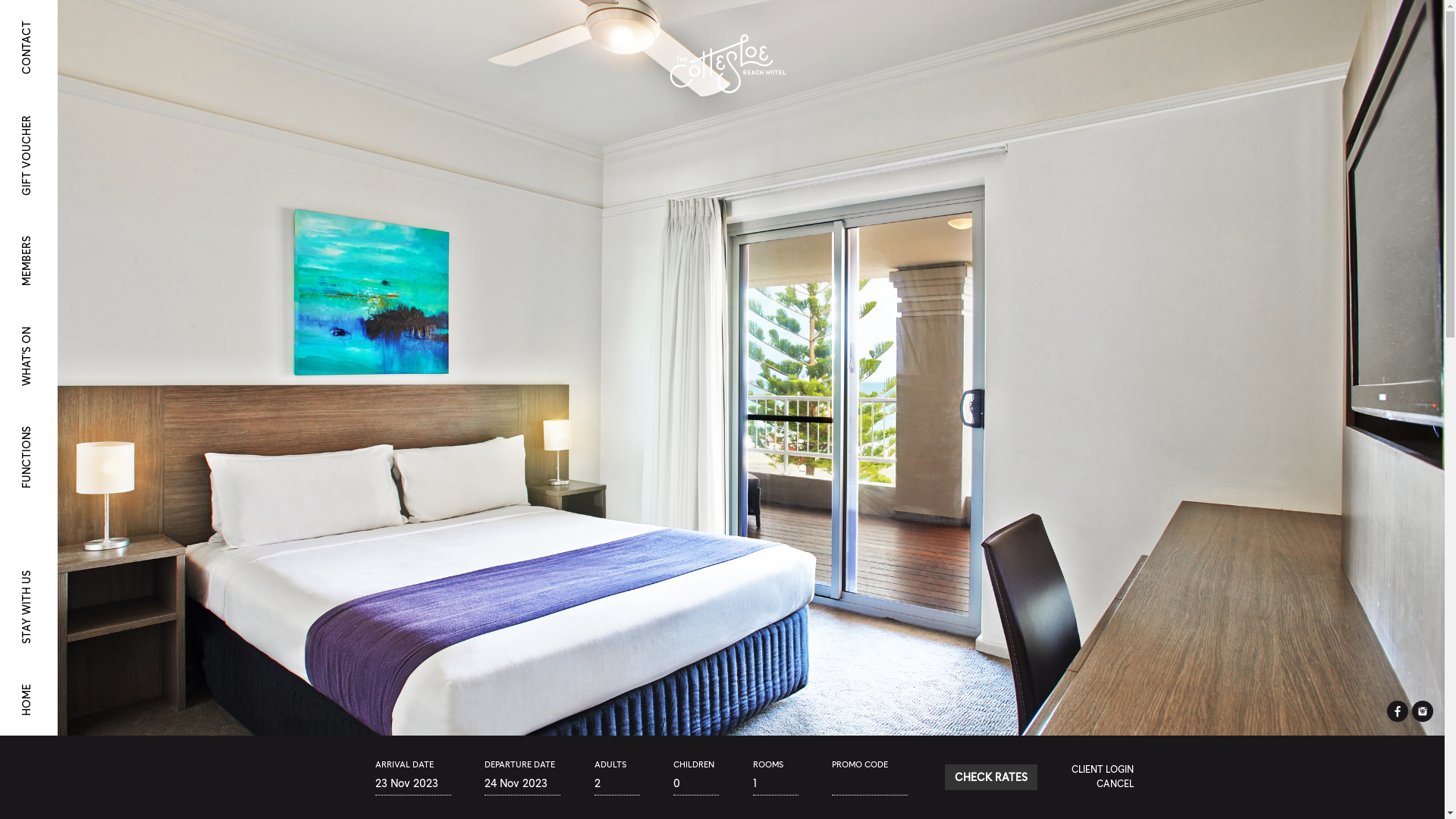  I want to click on 'CHECK RATES', so click(944, 777).